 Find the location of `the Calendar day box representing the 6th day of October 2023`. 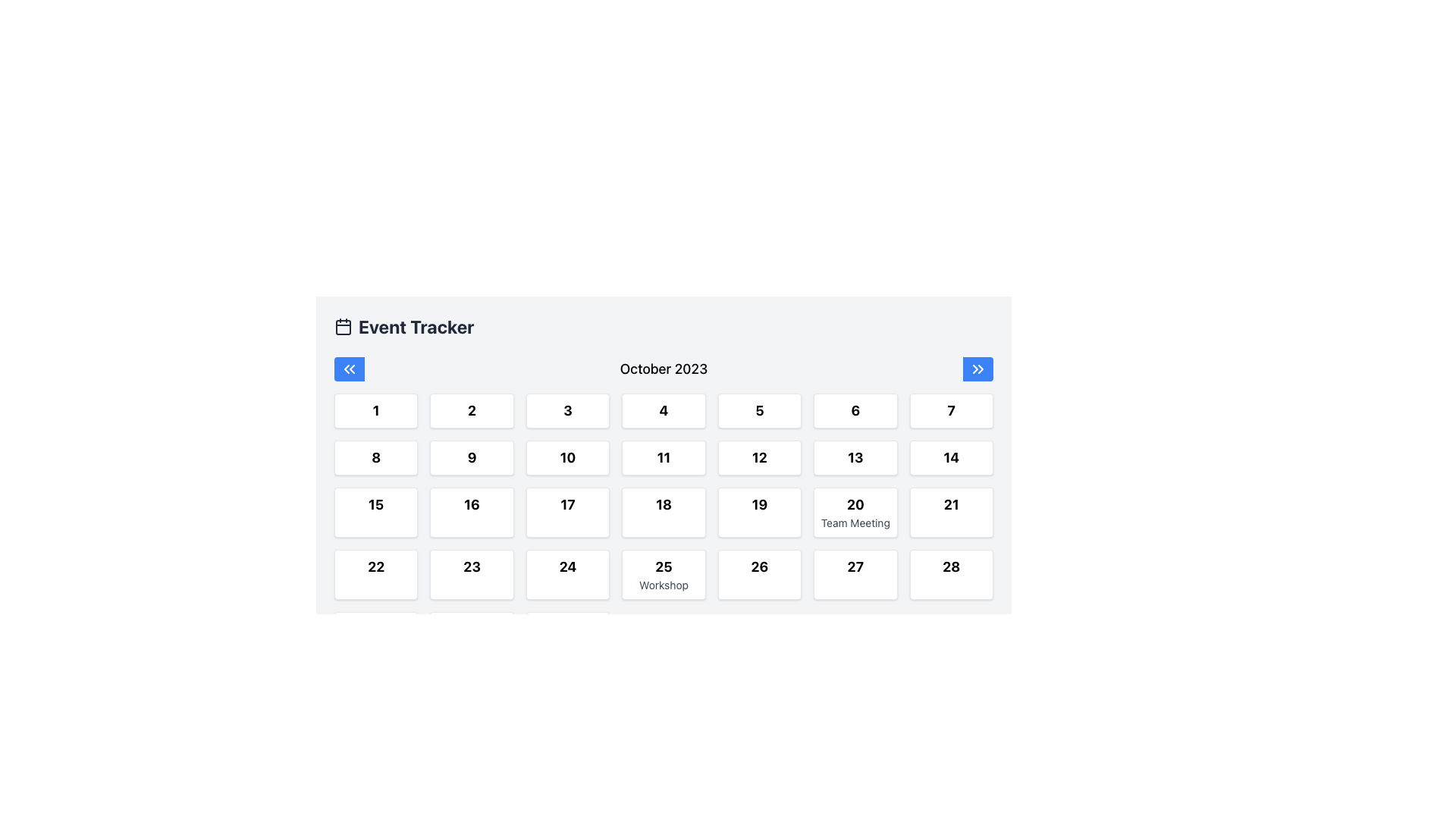

the Calendar day box representing the 6th day of October 2023 is located at coordinates (855, 411).